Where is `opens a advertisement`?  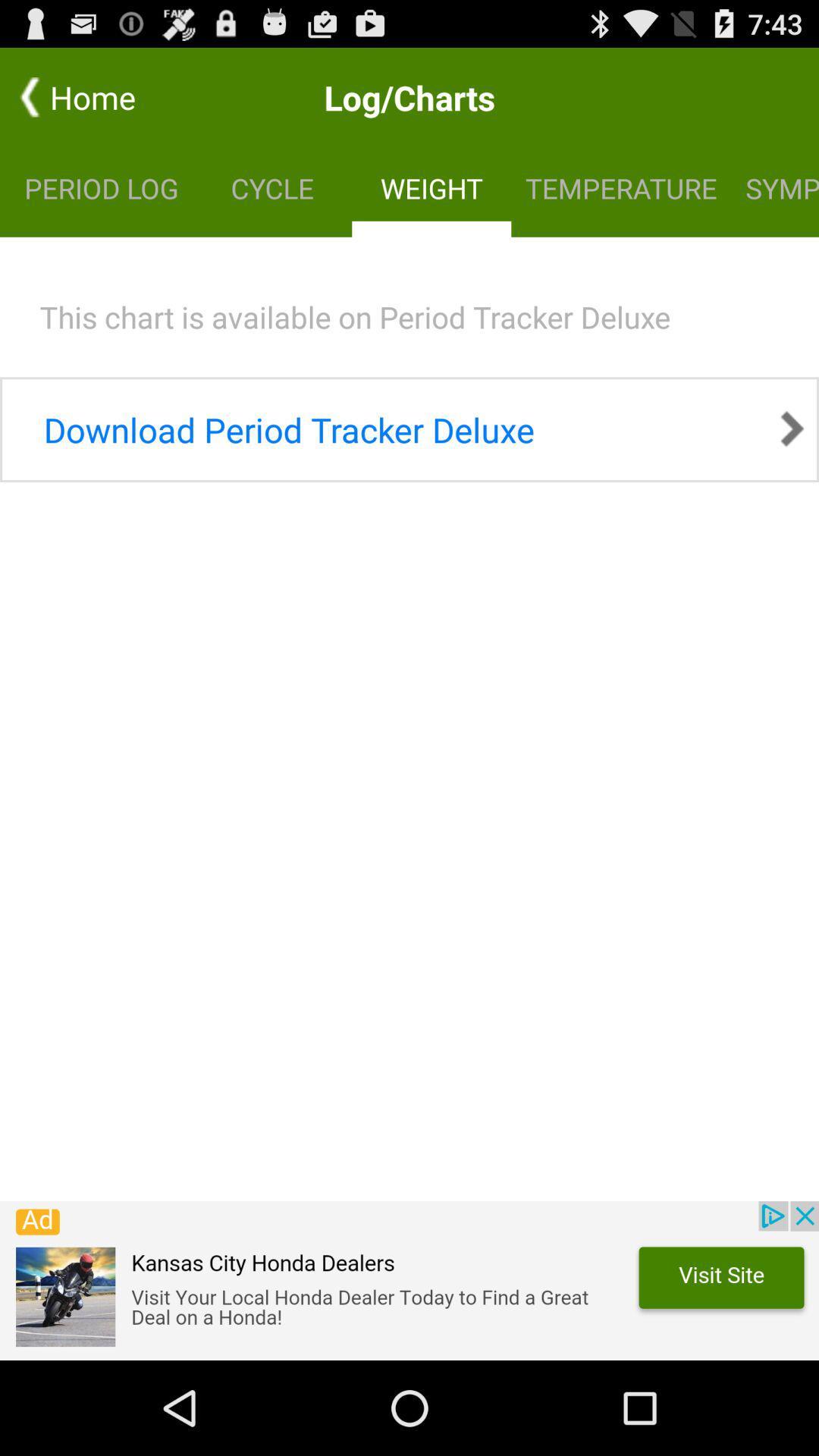 opens a advertisement is located at coordinates (409, 1280).